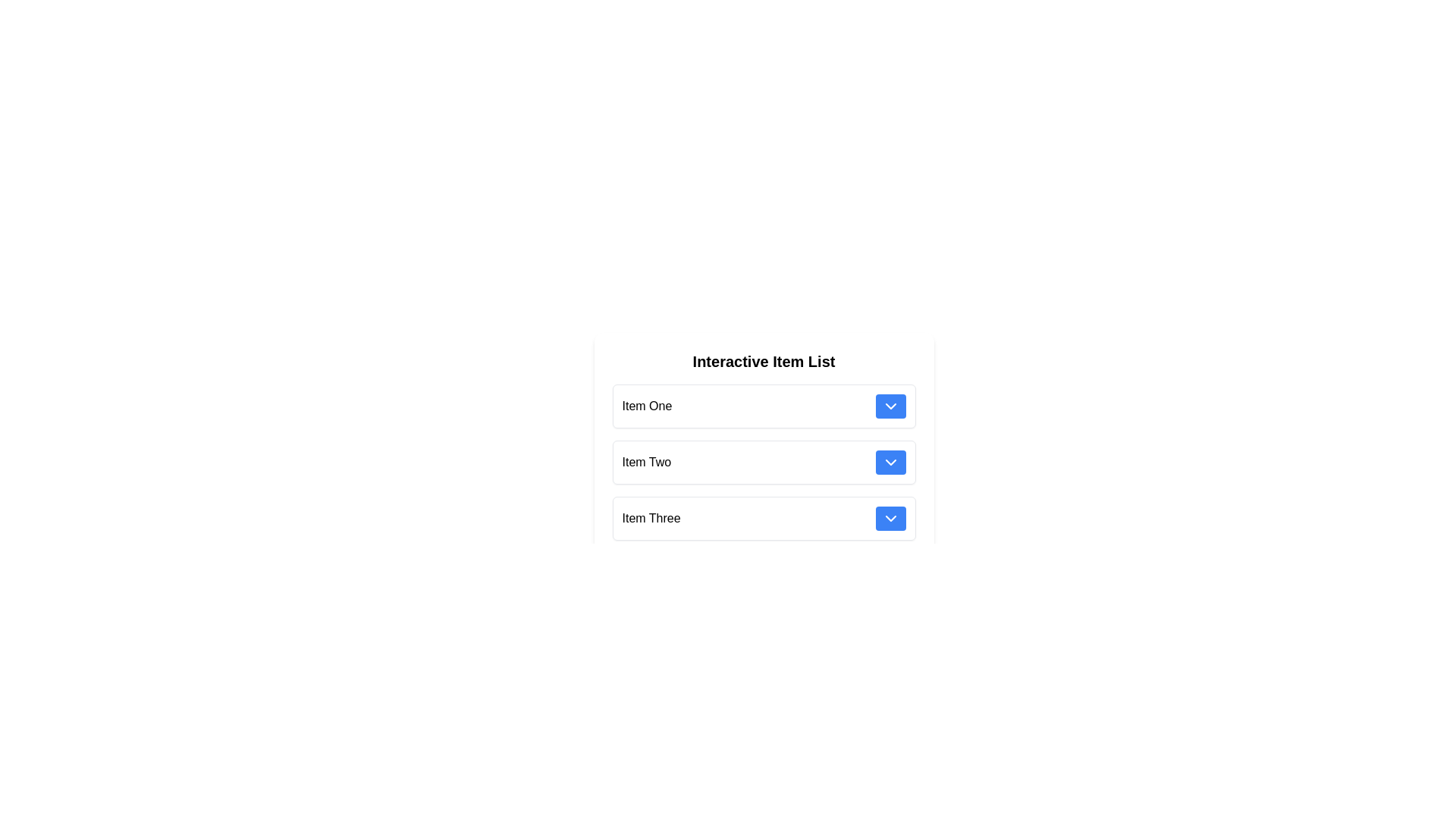  What do you see at coordinates (890, 517) in the screenshot?
I see `the blue rectangular button with rounded corners and a downward-pointing chevron icon located to the rightmost side of the third row labeled 'Item Three'` at bounding box center [890, 517].